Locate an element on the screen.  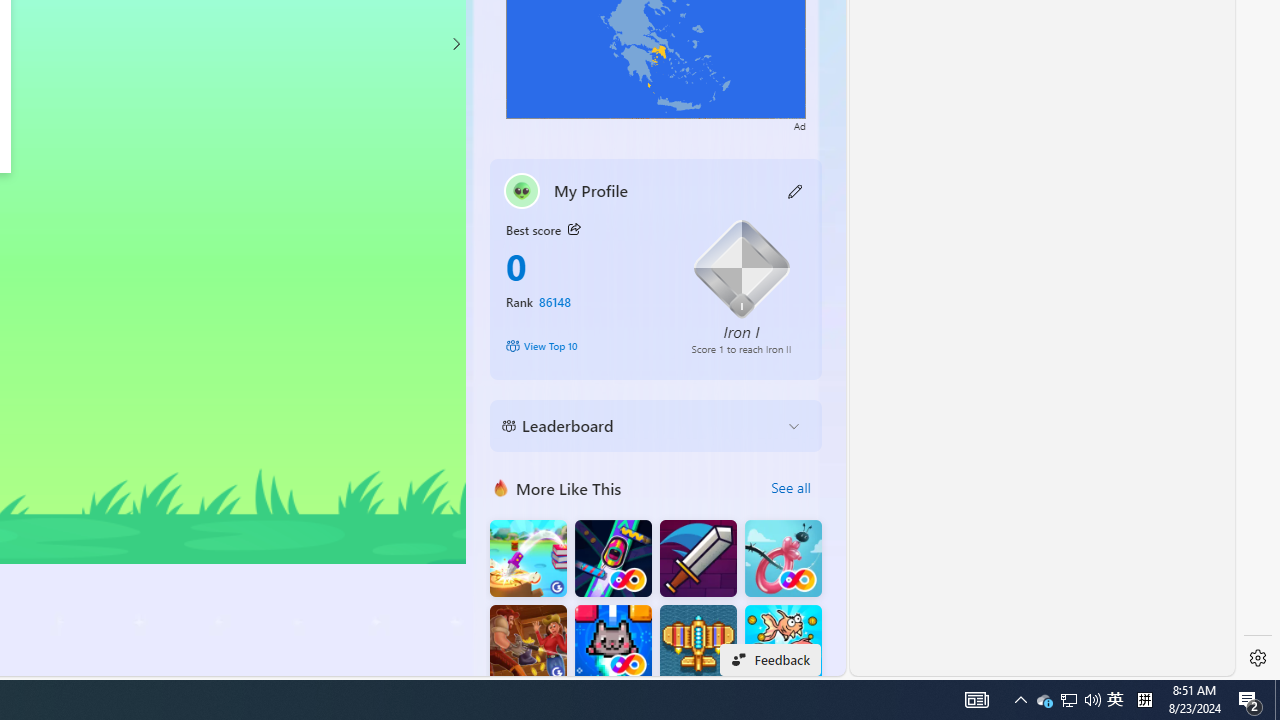
'Bumper Car FRVR' is located at coordinates (612, 558).